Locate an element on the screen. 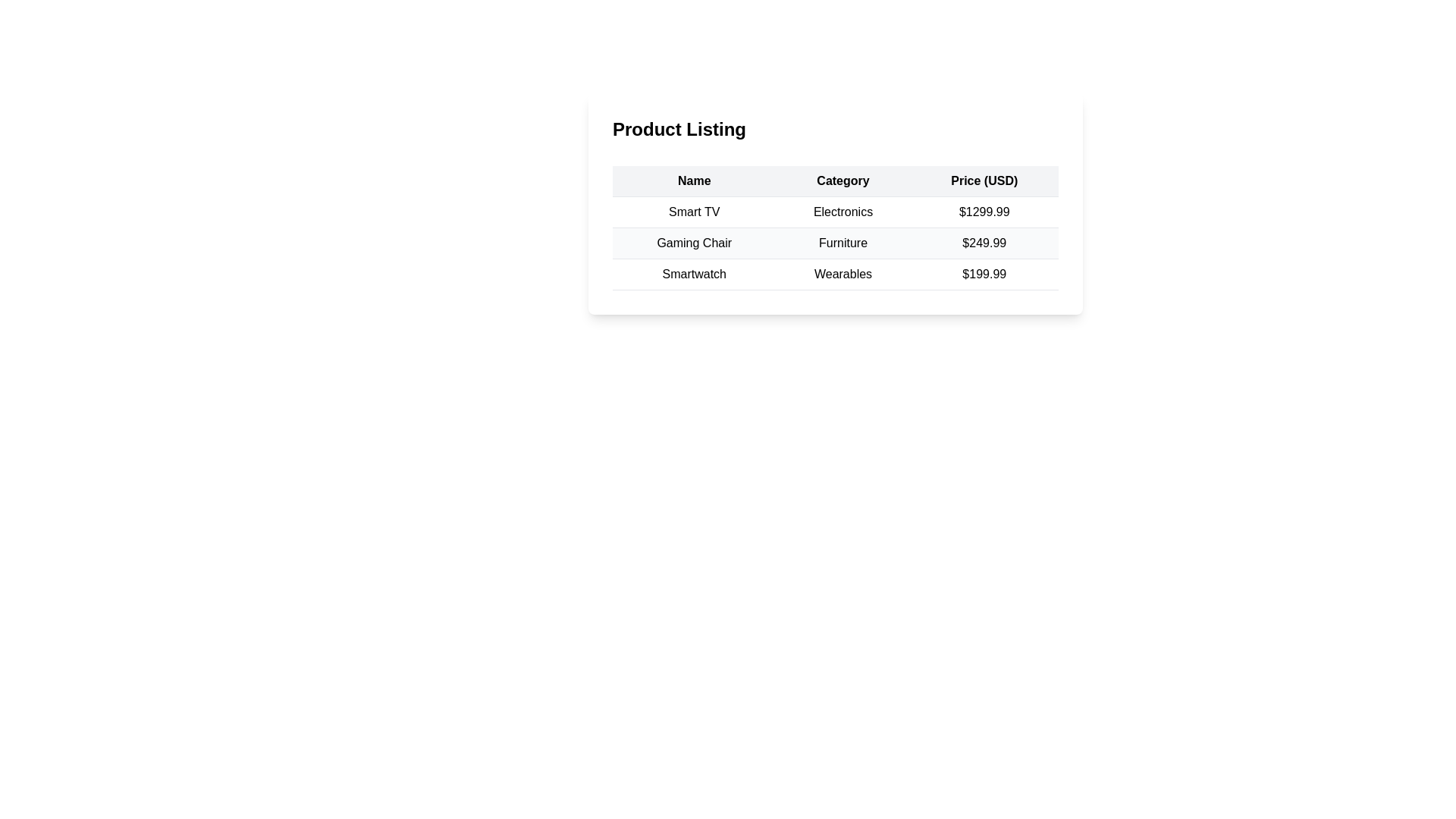 This screenshot has width=1456, height=819. the text label displaying the price '$199.99' in the 'Price' column of the product details for 'Smartwatch' is located at coordinates (984, 275).